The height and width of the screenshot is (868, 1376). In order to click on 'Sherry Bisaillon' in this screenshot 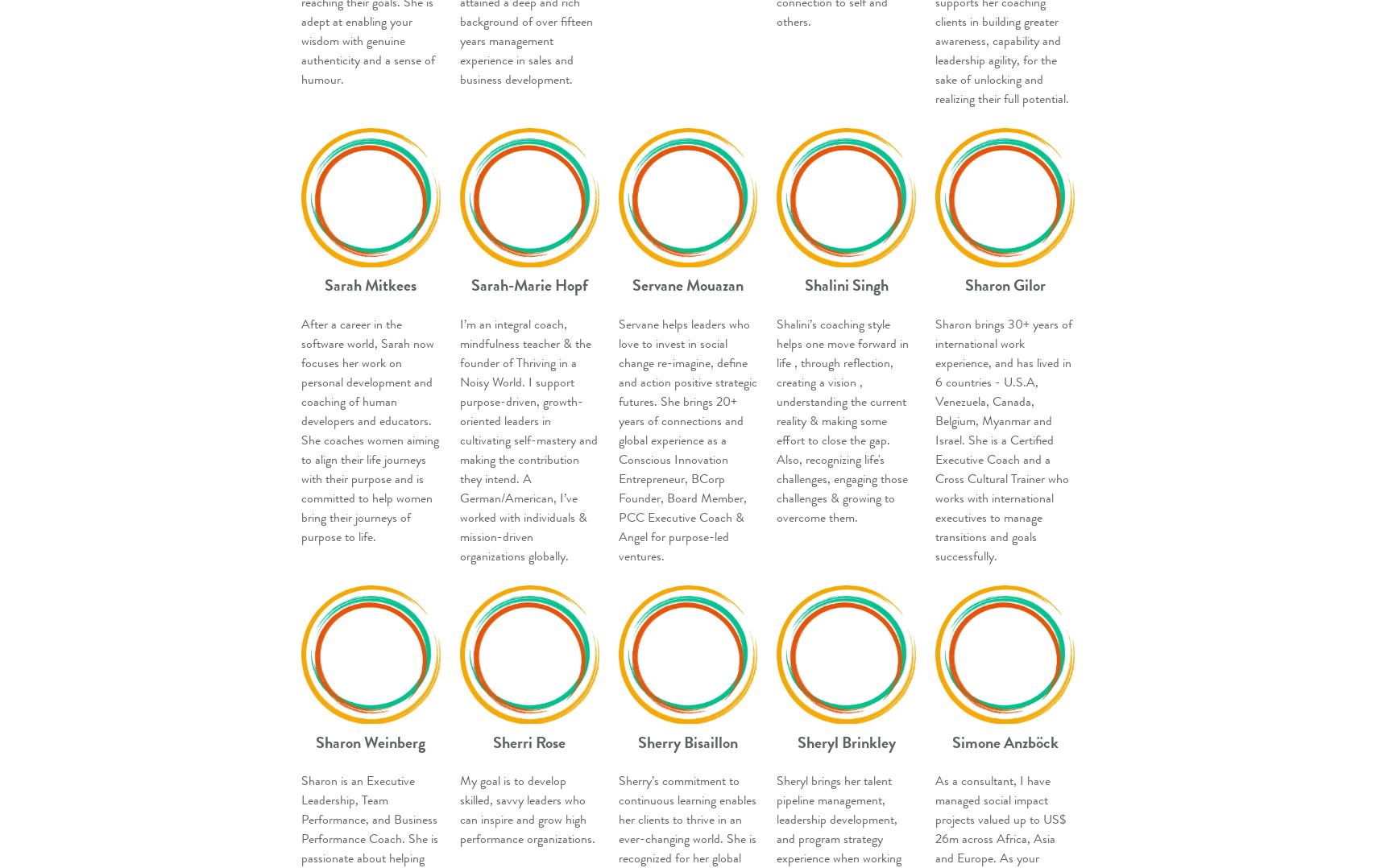, I will do `click(686, 742)`.